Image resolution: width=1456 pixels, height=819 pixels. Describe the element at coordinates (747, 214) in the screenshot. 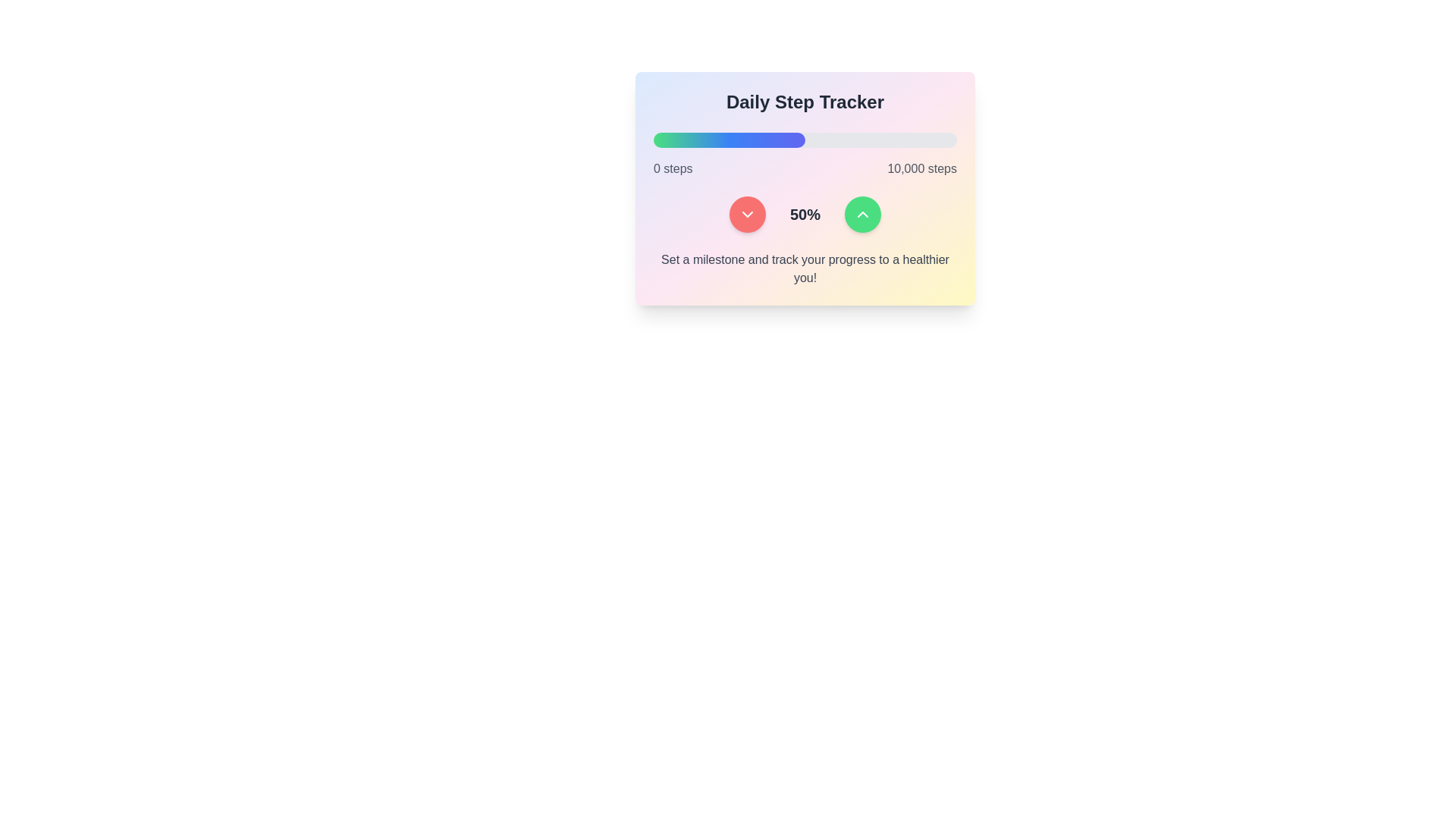

I see `the red circular chevron icon located just below the progress bar in the 'Daily Step Tracker' component` at that location.